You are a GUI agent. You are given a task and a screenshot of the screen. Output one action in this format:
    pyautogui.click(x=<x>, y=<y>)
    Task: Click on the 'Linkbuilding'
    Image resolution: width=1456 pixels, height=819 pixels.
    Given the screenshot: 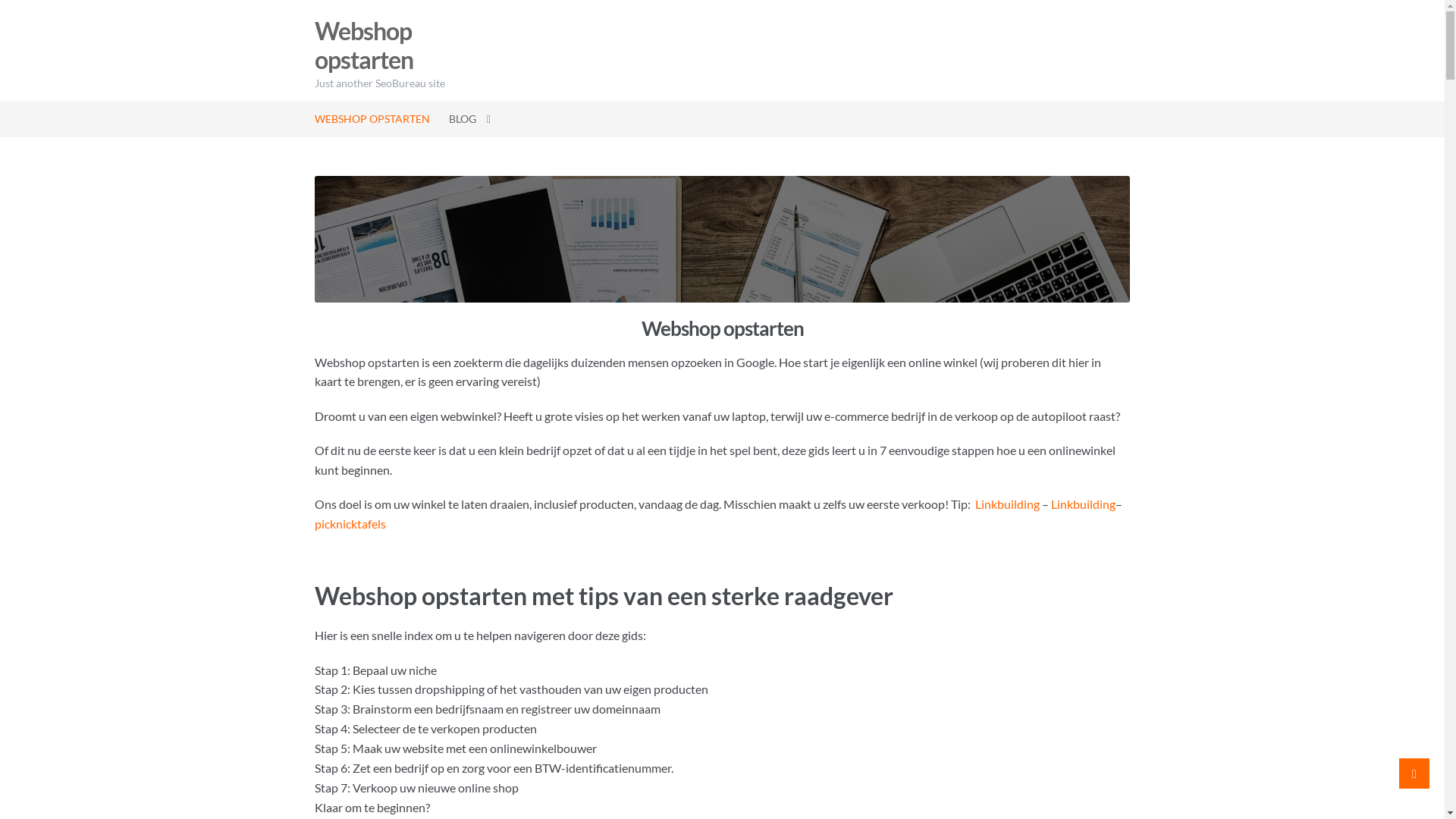 What is the action you would take?
    pyautogui.click(x=1007, y=504)
    